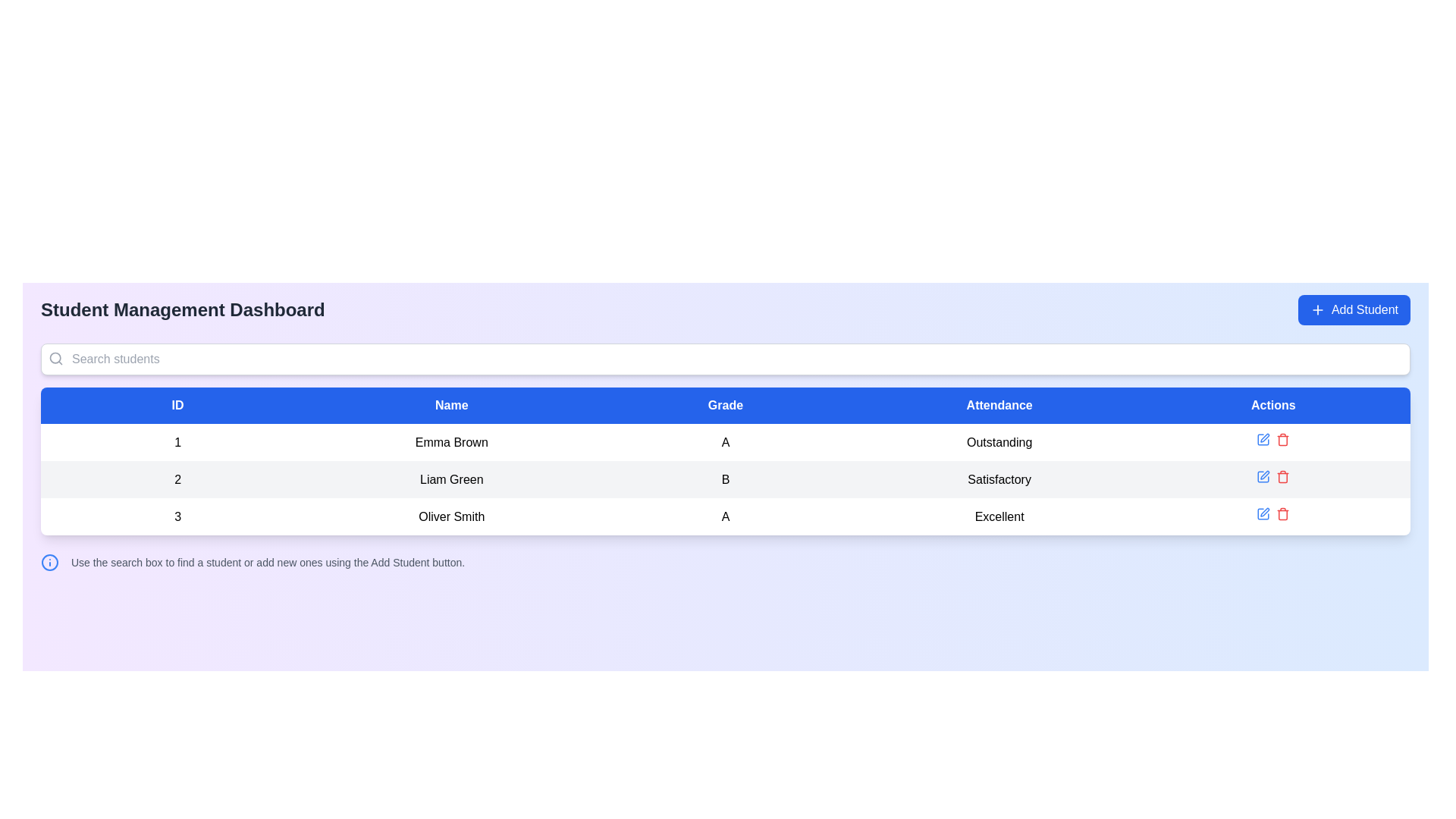 The image size is (1456, 819). I want to click on the delete icon button located in the 'Actions' column of the third row in the 'Student Management Dashboard', so click(1282, 439).